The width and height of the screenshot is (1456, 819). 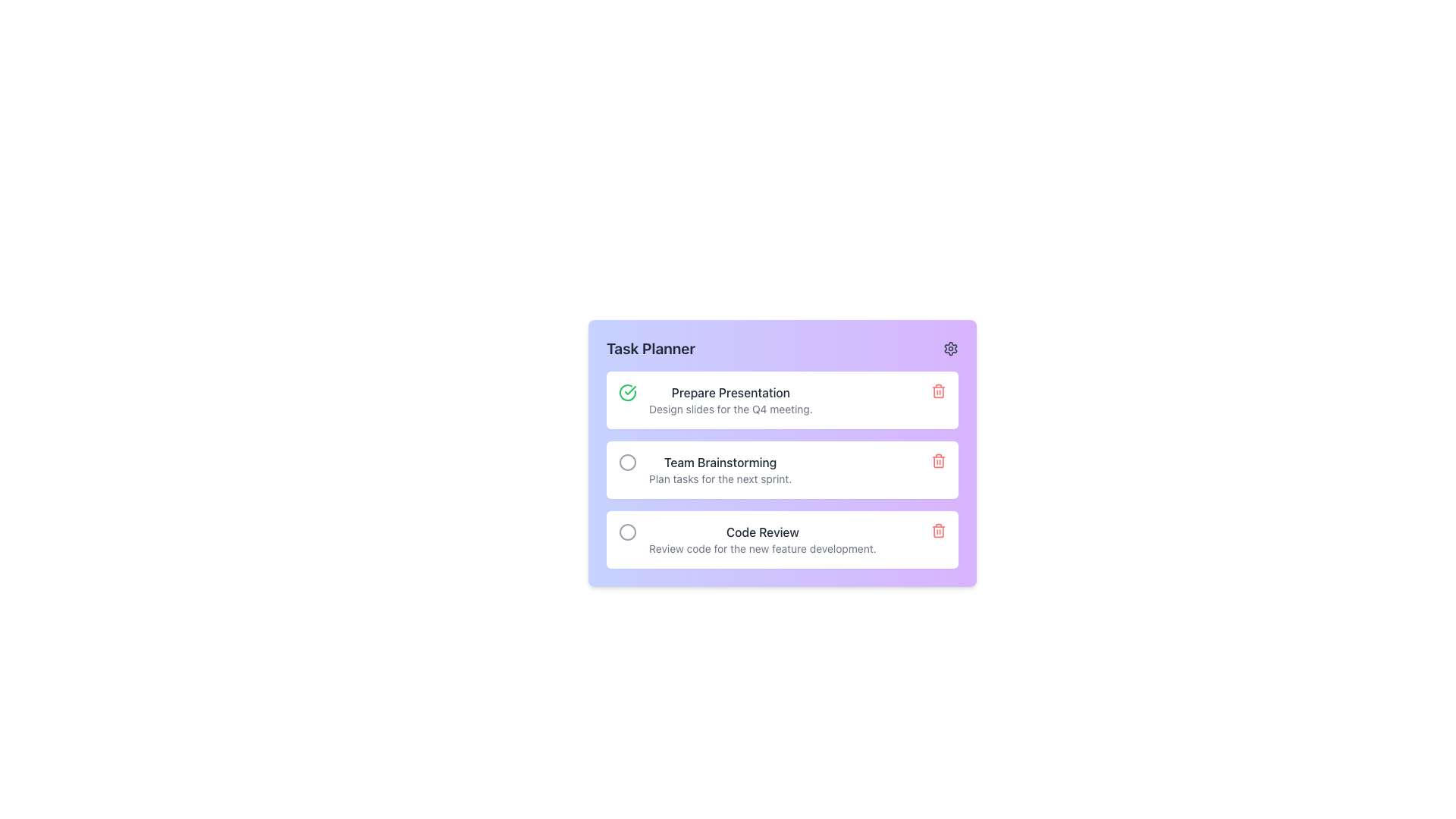 What do you see at coordinates (949, 348) in the screenshot?
I see `the gear-shaped icon located at the top right corner of the task management interface` at bounding box center [949, 348].